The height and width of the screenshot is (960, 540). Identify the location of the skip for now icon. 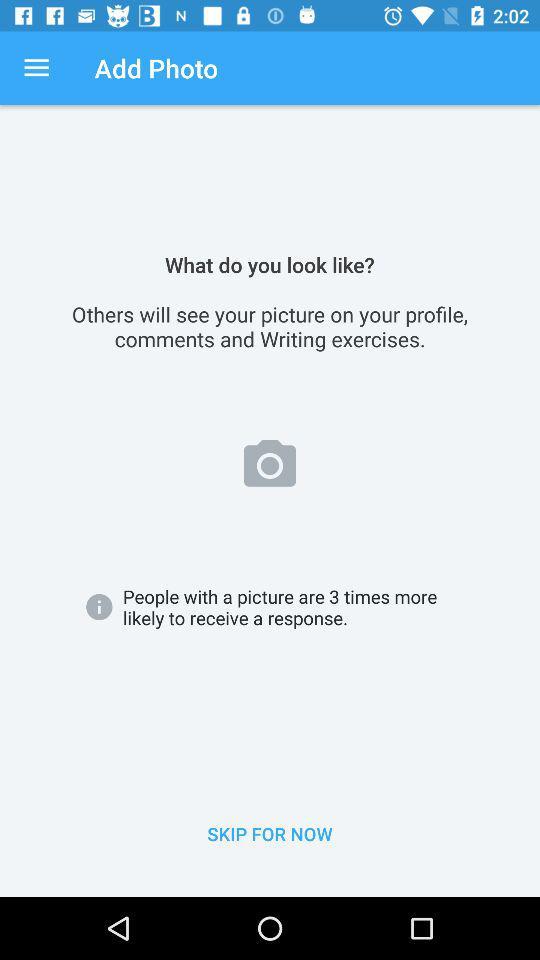
(270, 834).